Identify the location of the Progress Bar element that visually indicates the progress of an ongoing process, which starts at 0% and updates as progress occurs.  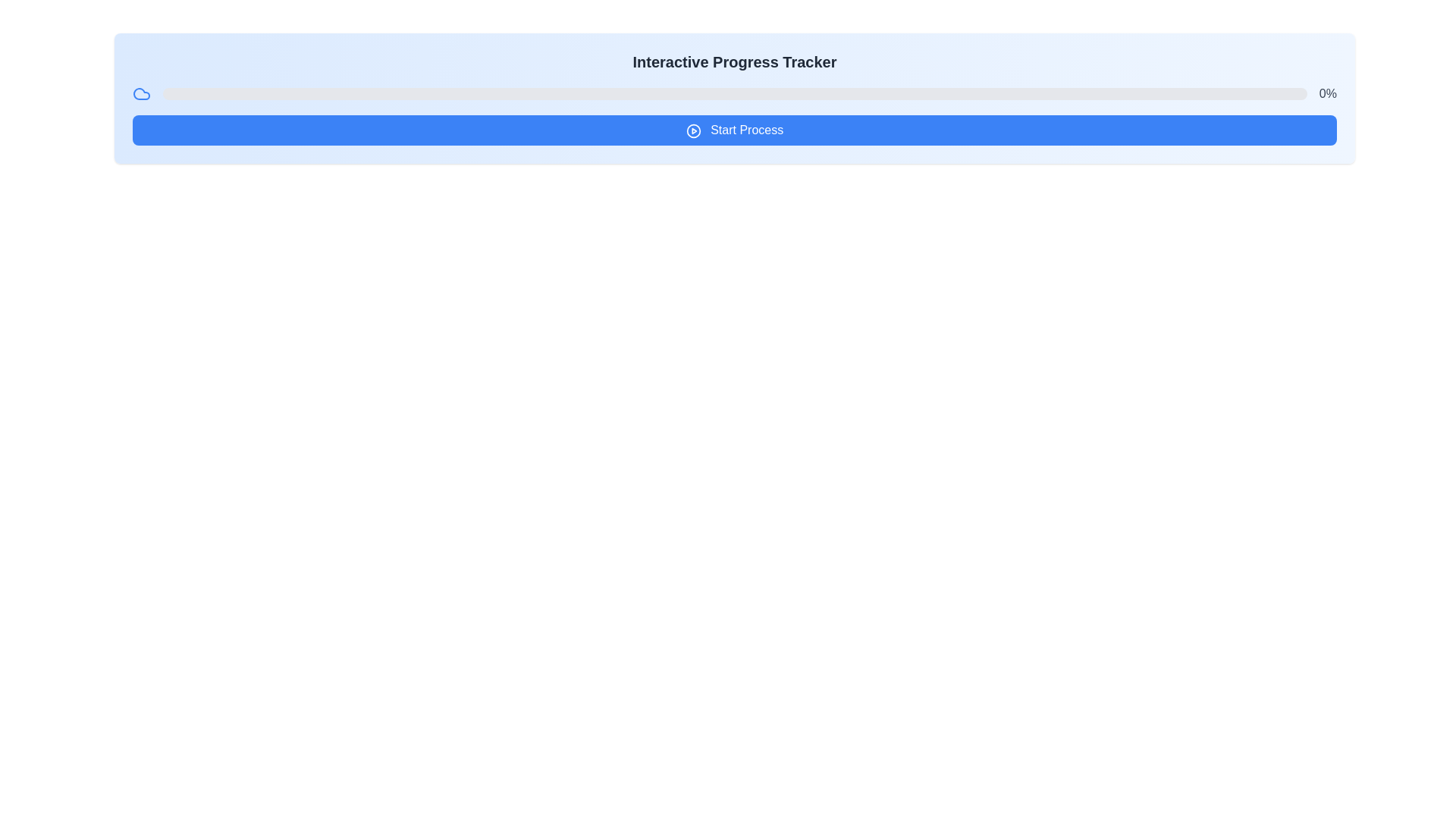
(735, 93).